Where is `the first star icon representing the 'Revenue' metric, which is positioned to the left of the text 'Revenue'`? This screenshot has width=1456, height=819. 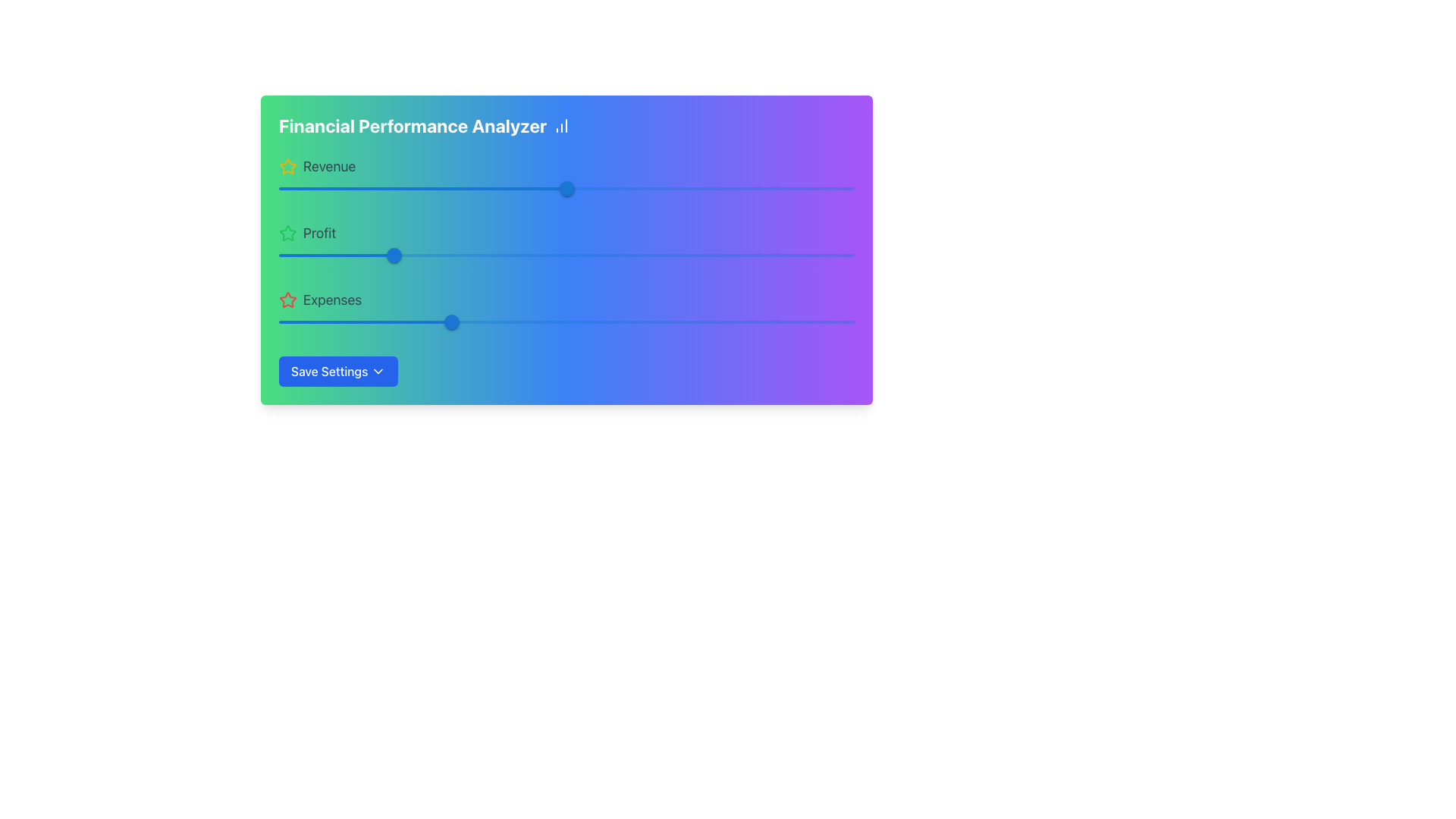 the first star icon representing the 'Revenue' metric, which is positioned to the left of the text 'Revenue' is located at coordinates (287, 166).